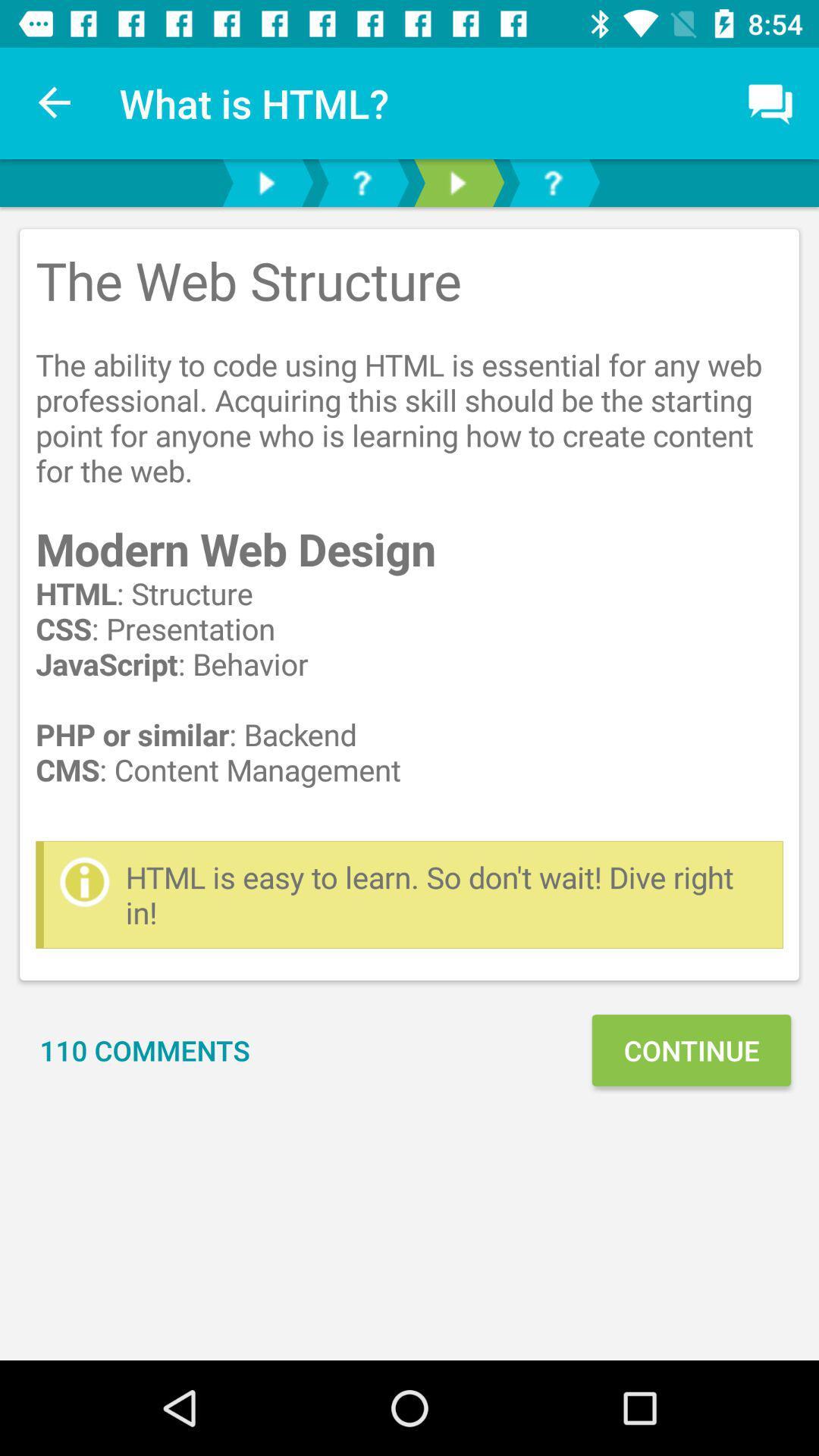 The image size is (819, 1456). I want to click on play, so click(265, 182).